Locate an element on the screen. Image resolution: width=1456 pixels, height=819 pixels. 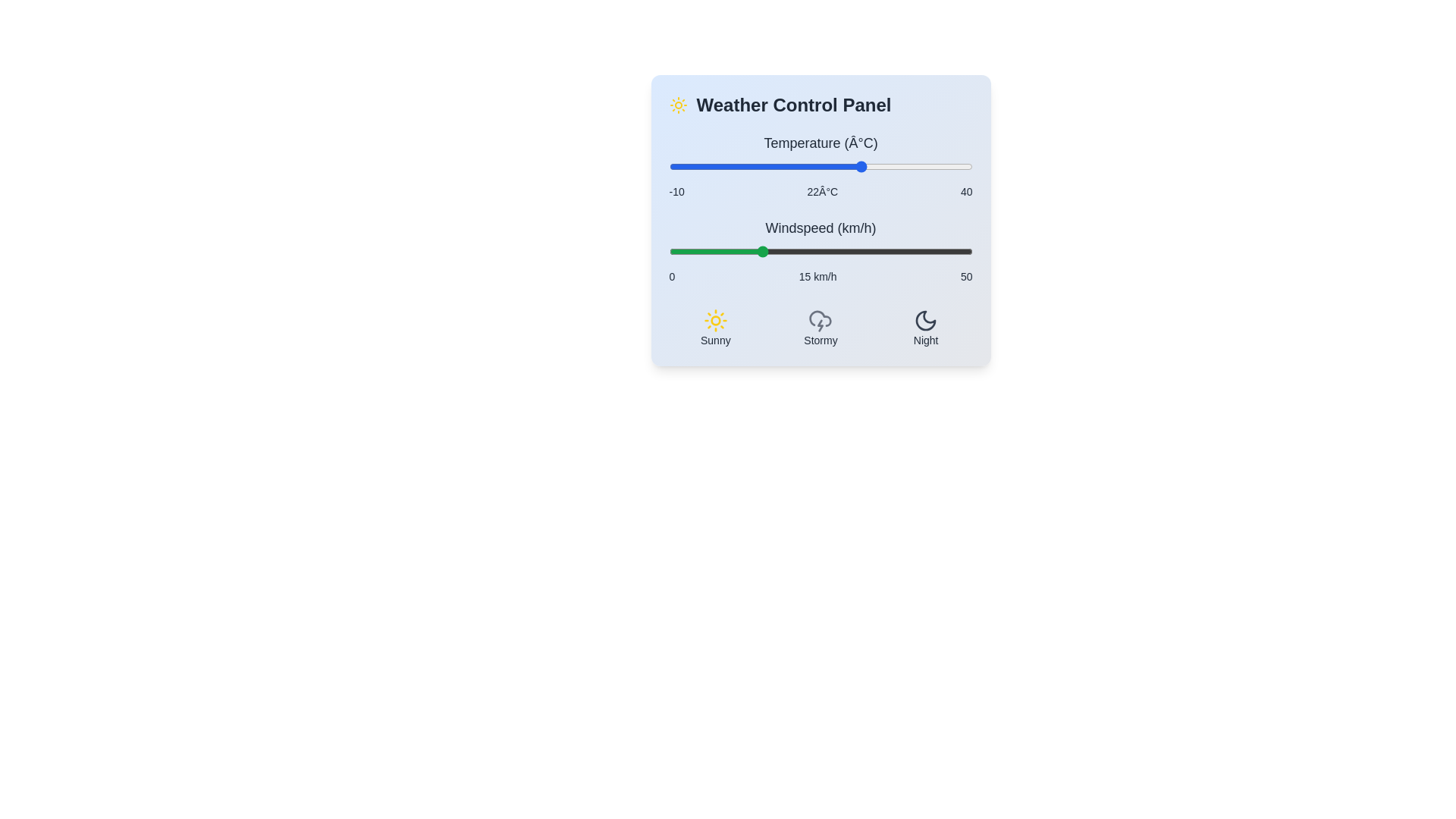
the 'Stormy' weather icon located in the bottom row of three weather icons within the 'Weather Control Panel' is located at coordinates (820, 318).